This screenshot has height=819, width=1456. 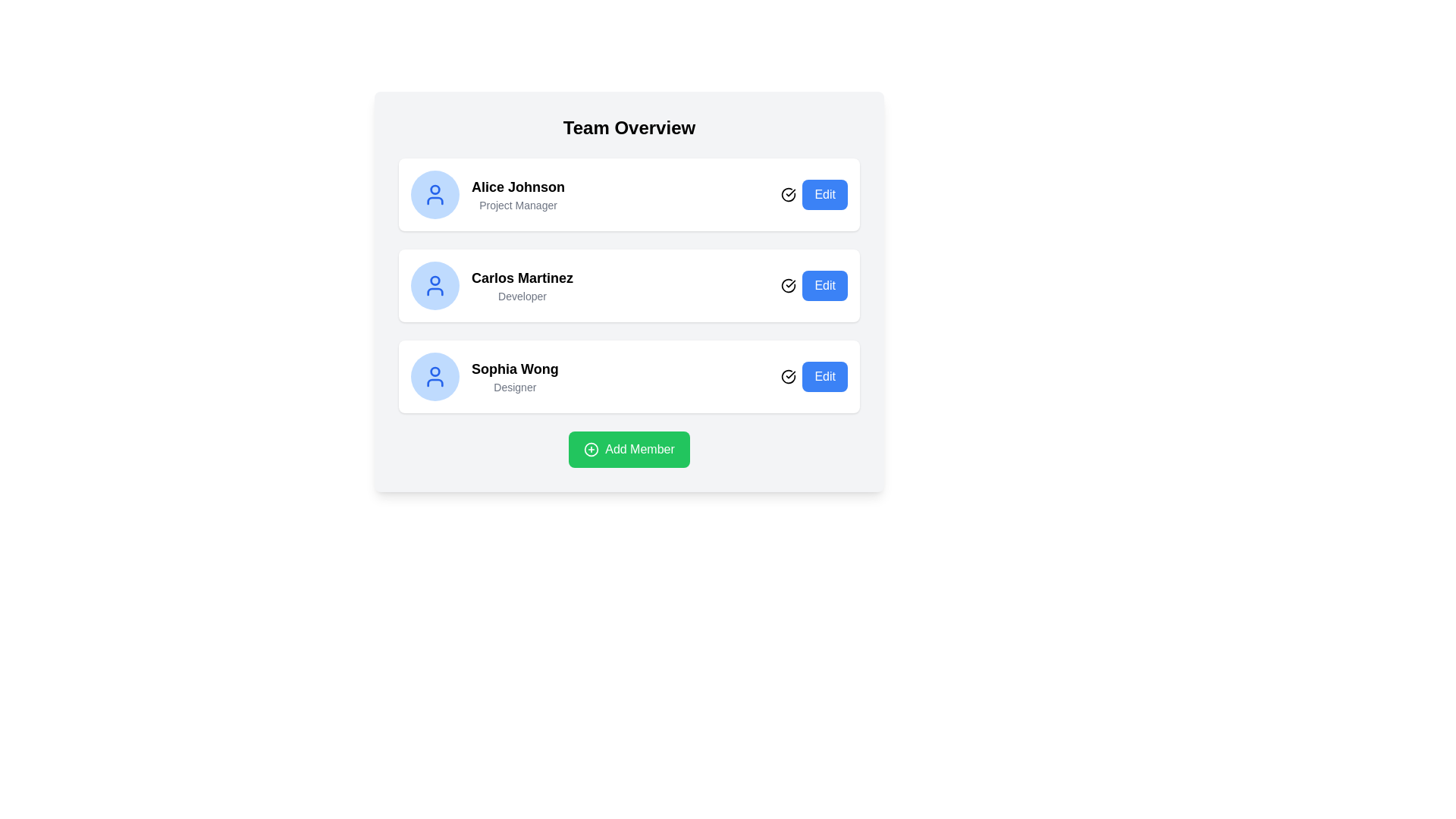 What do you see at coordinates (518, 205) in the screenshot?
I see `the static text label that describes the role of the individual in the team member card, positioned below the title 'Alice Johnson'` at bounding box center [518, 205].